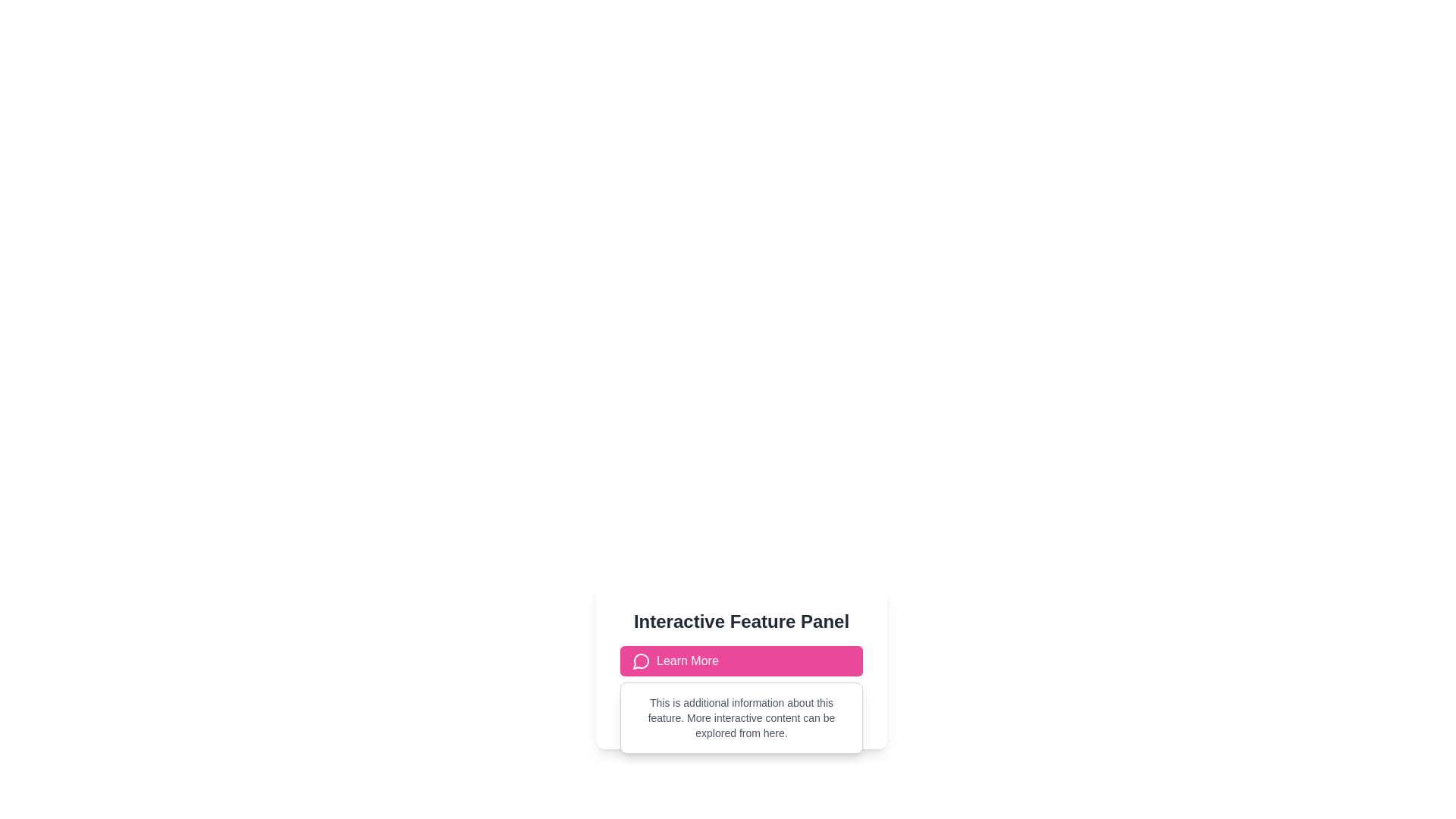 The height and width of the screenshot is (819, 1456). I want to click on the Text Block that provides additional descriptive information about the feature, positioned centrally within the white panel below the pink 'Learn More' button and the heading 'Interactive Feature Panel.', so click(742, 717).